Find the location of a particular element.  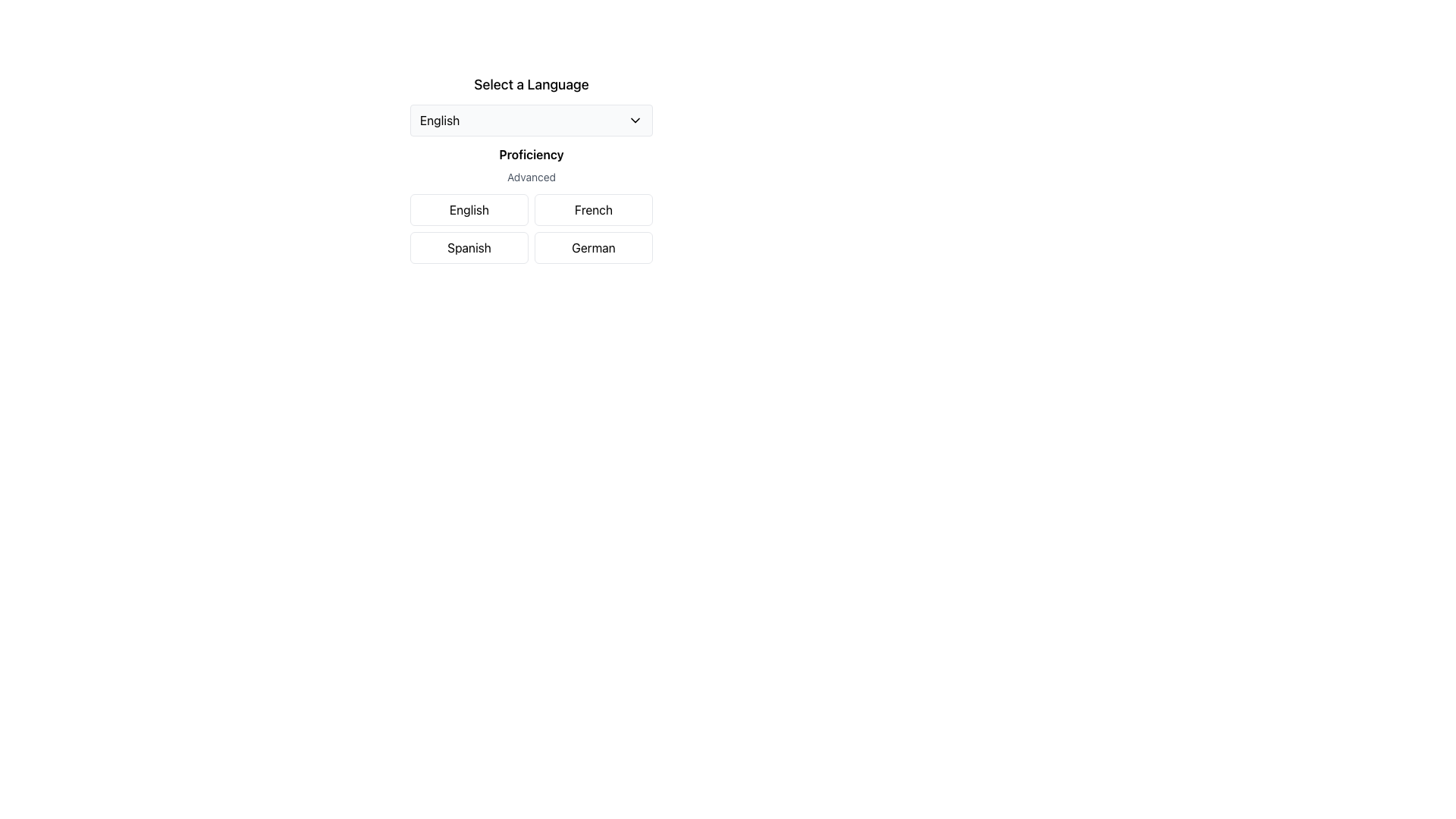

the 'French' language selection button located in the top-right slot of the button grid layout is located at coordinates (592, 210).